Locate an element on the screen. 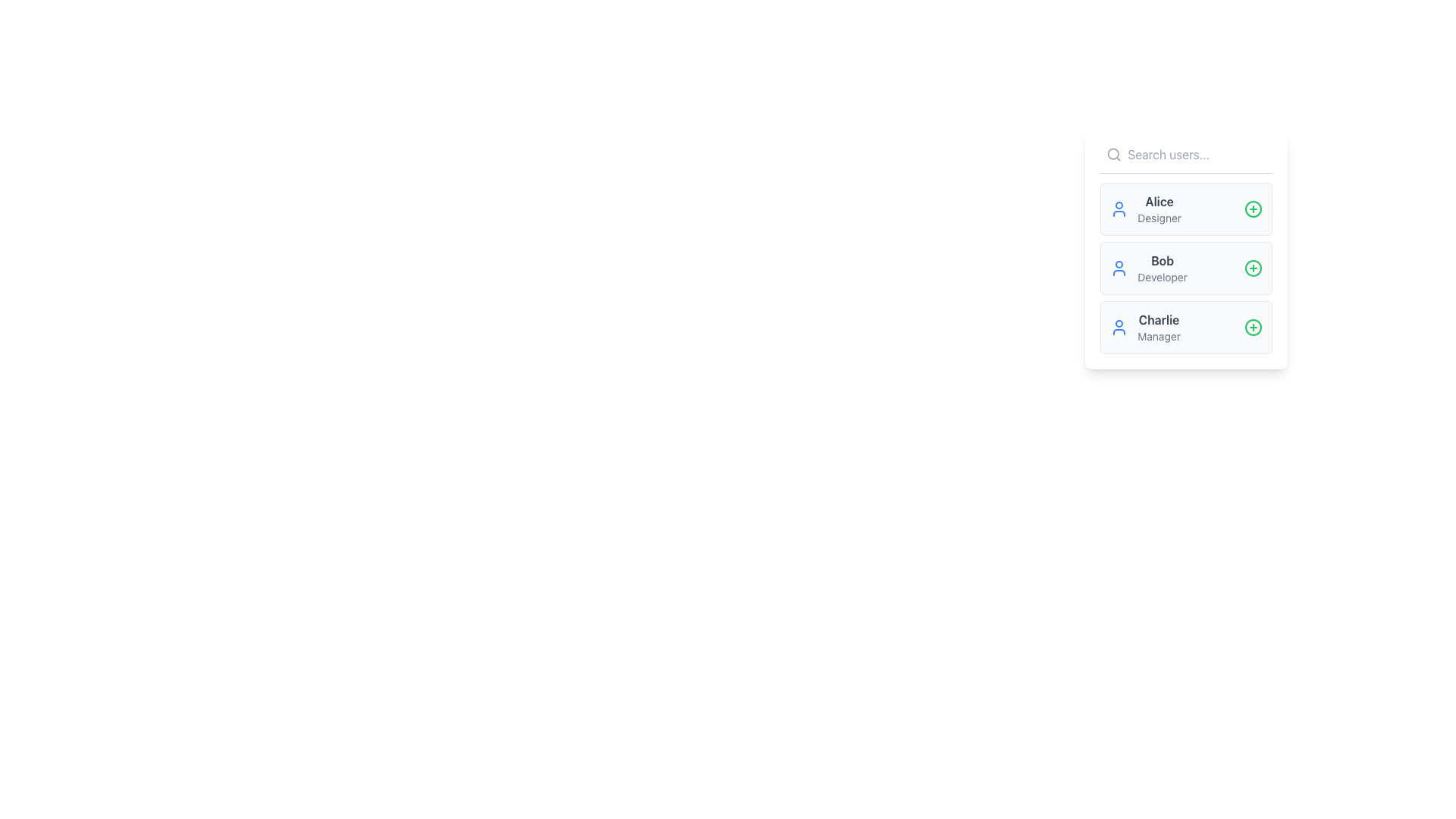  the text label representing the user role associated with 'Charlie,' located directly below the name in the list item box is located at coordinates (1158, 335).